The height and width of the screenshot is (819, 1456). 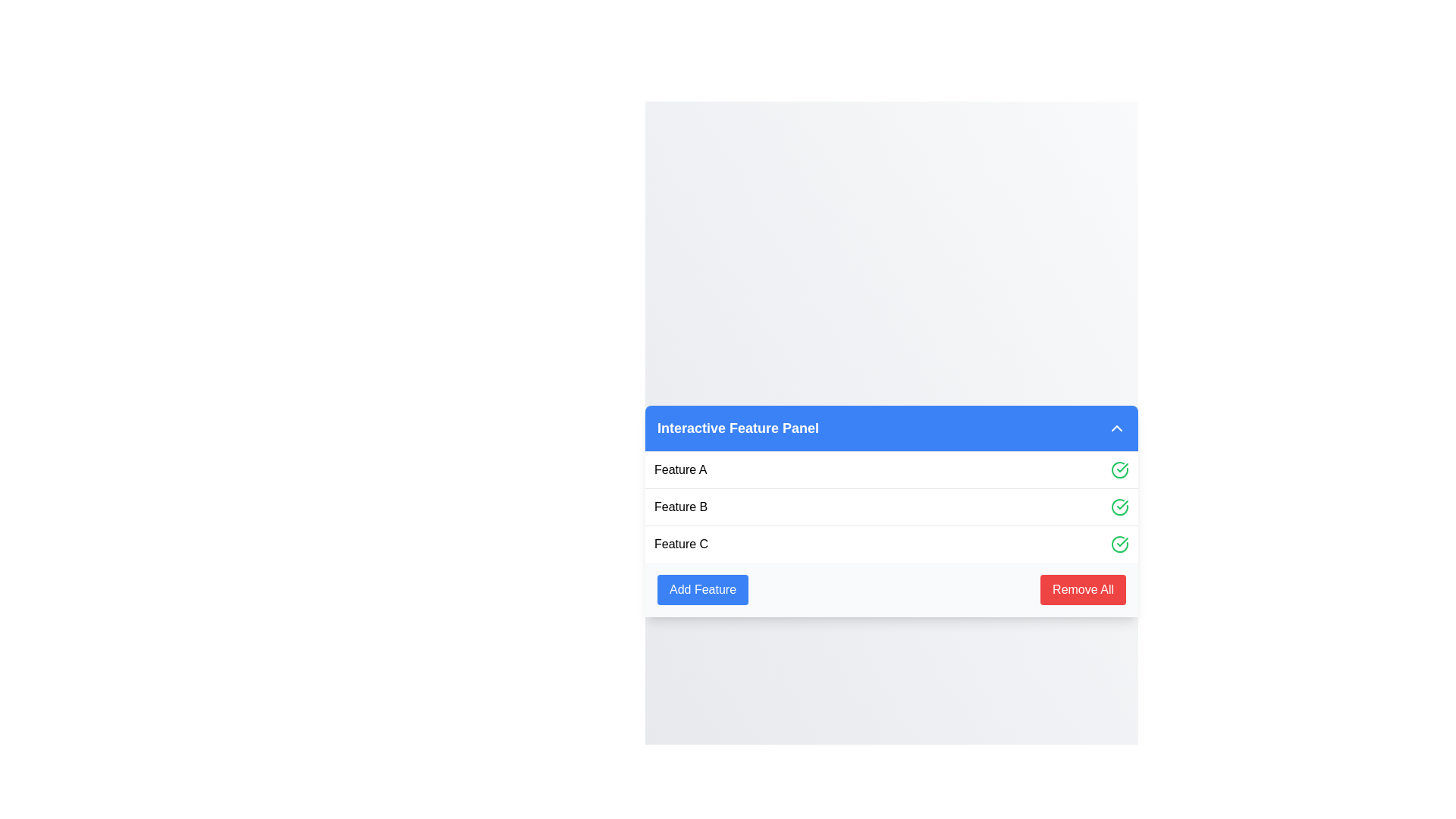 What do you see at coordinates (1117, 428) in the screenshot?
I see `the downward-pointing chevron icon button with a bluish background located to the right of the 'Interactive Feature Panel' header` at bounding box center [1117, 428].